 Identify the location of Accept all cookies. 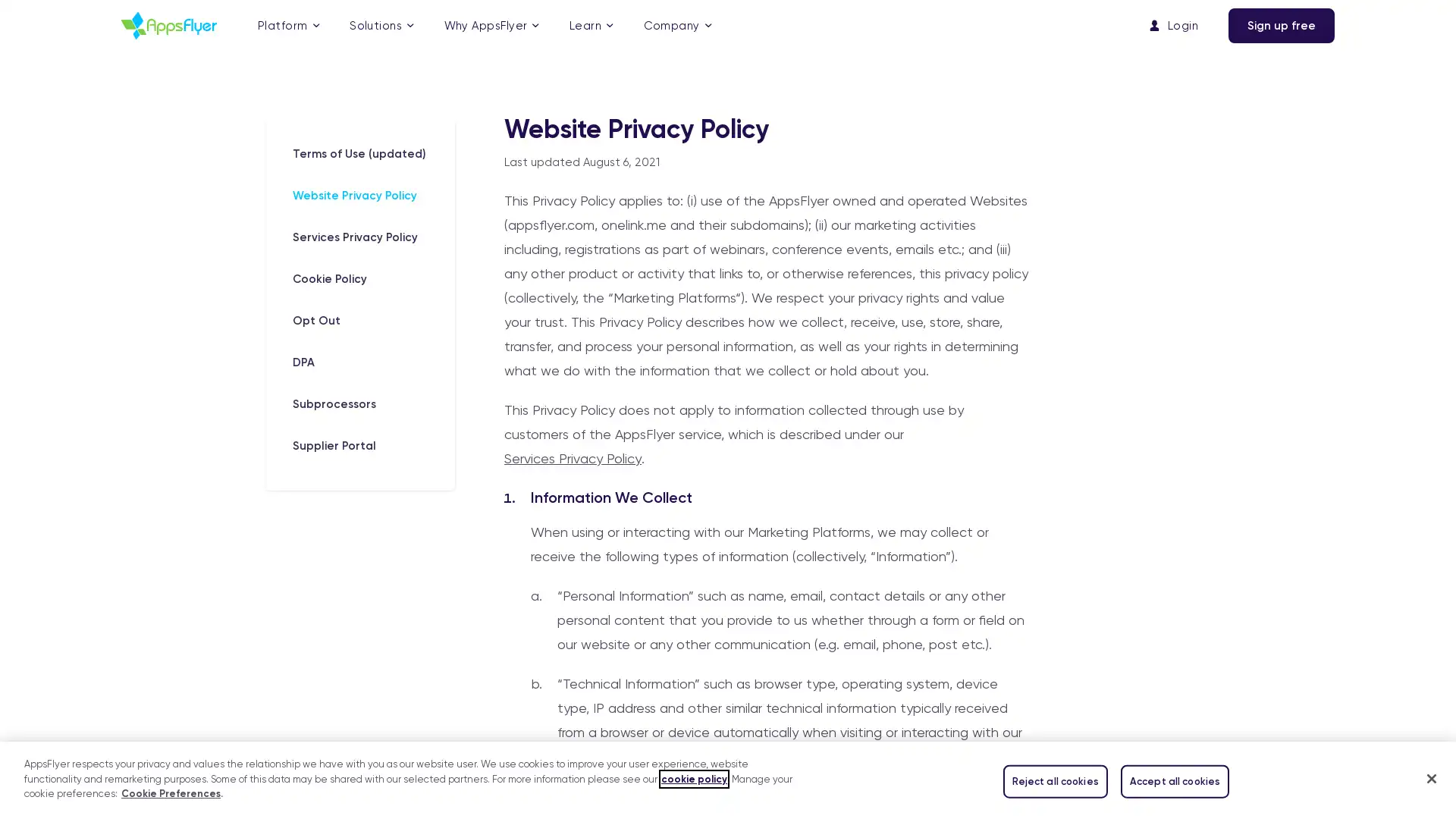
(1174, 780).